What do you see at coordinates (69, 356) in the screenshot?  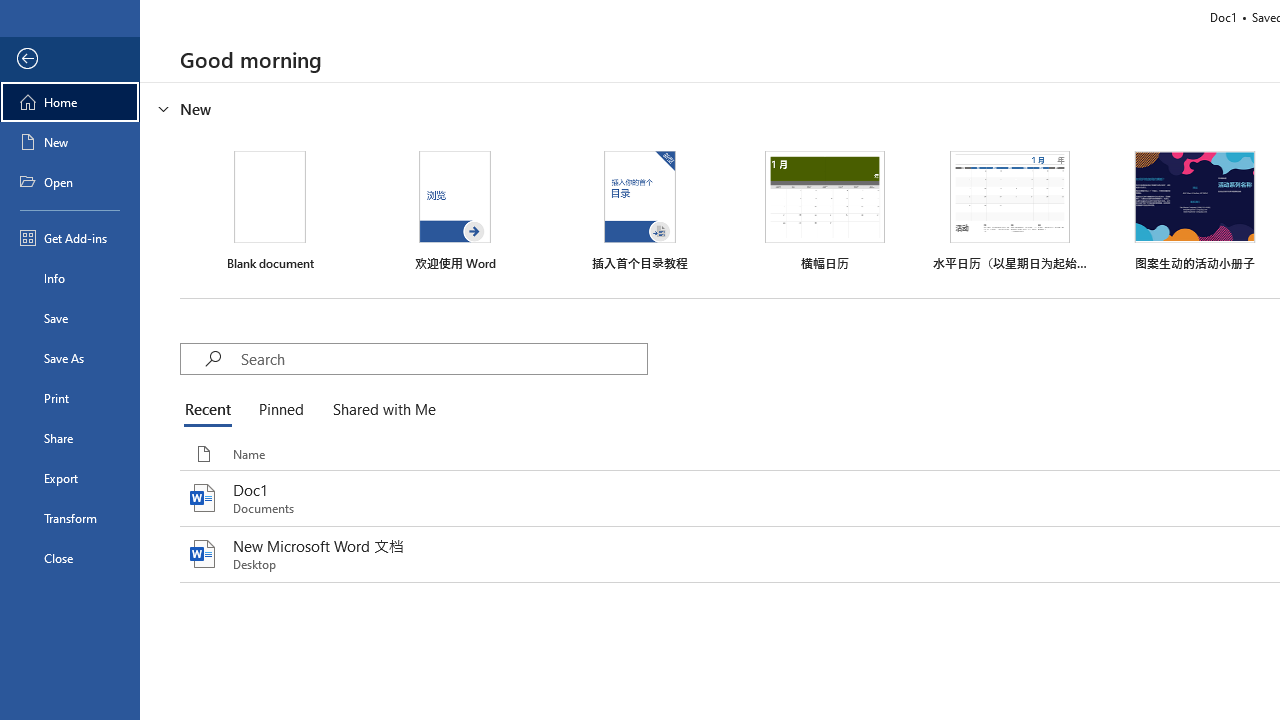 I see `'Save As'` at bounding box center [69, 356].